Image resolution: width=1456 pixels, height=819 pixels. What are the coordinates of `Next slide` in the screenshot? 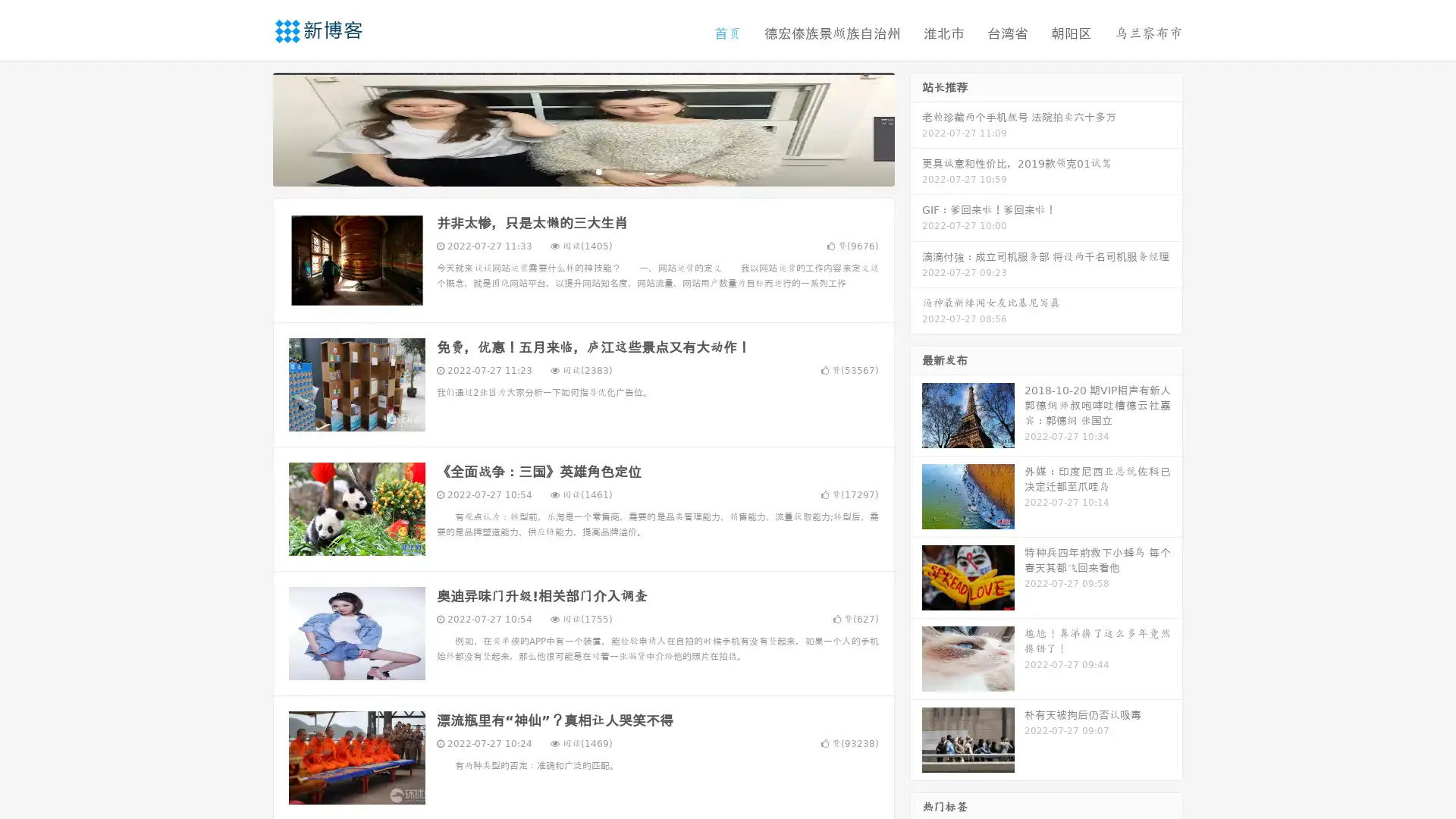 It's located at (916, 127).